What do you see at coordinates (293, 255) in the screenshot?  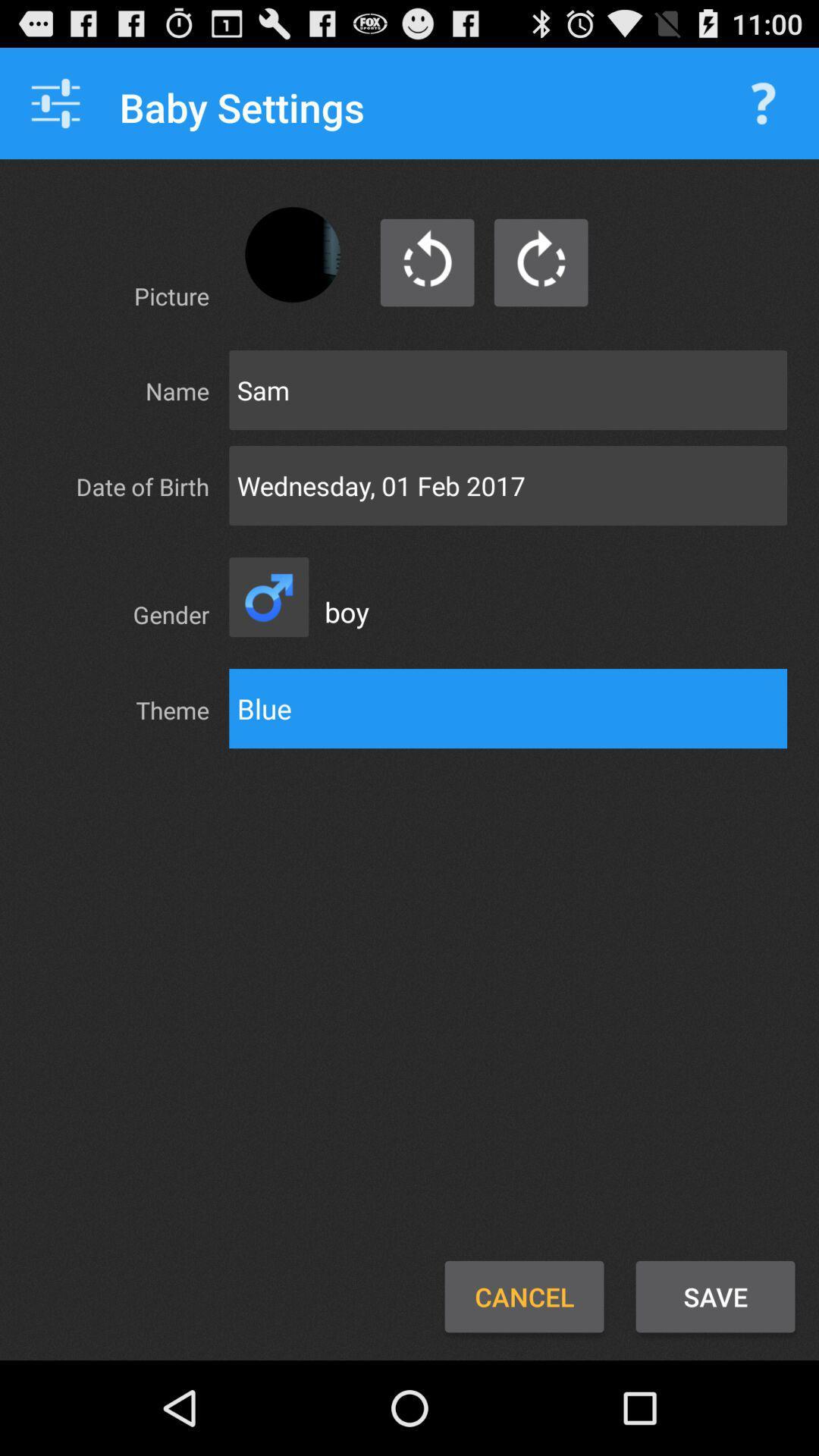 I see `picture` at bounding box center [293, 255].